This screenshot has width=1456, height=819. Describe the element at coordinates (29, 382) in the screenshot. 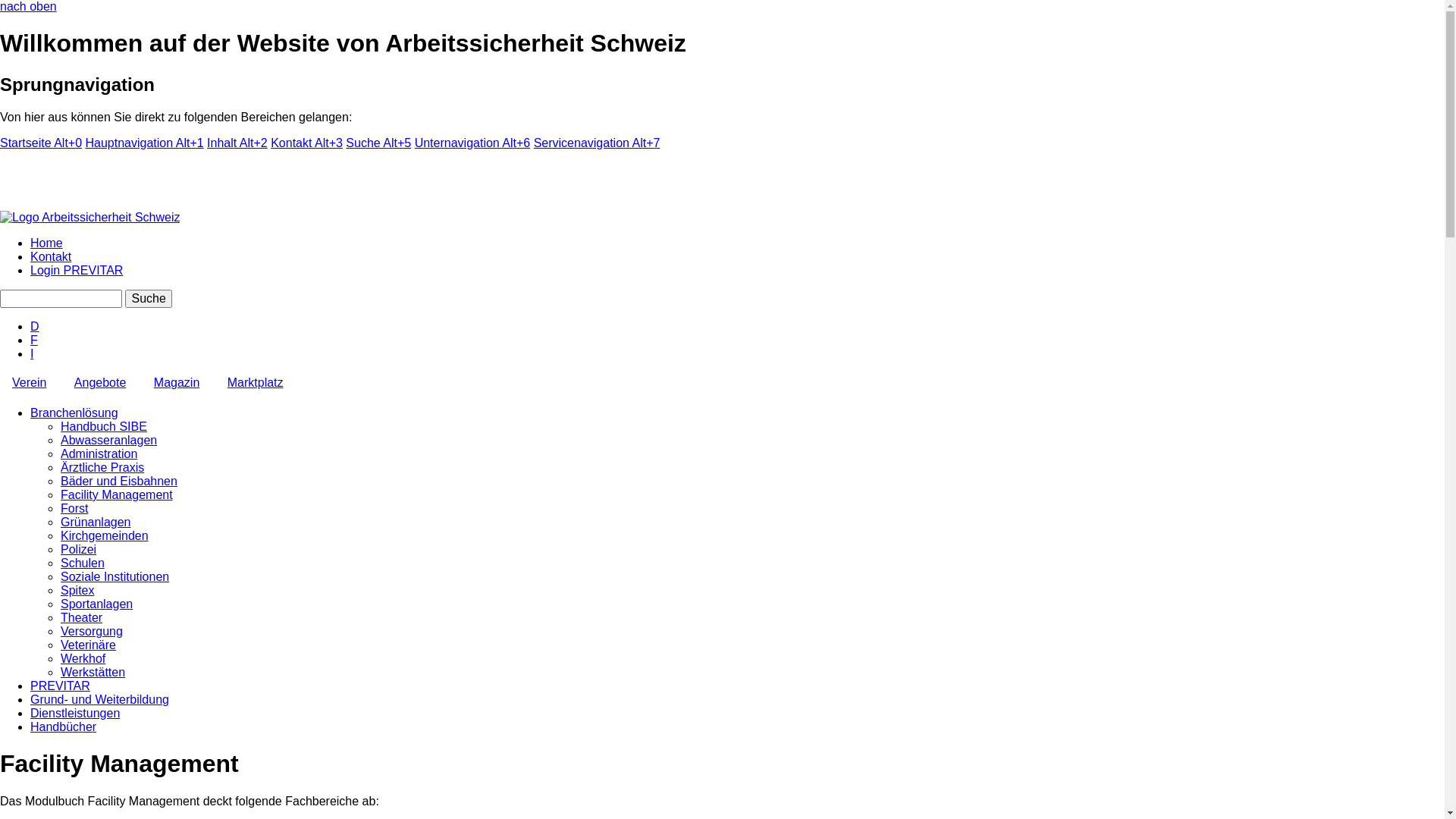

I see `'Verein'` at that location.